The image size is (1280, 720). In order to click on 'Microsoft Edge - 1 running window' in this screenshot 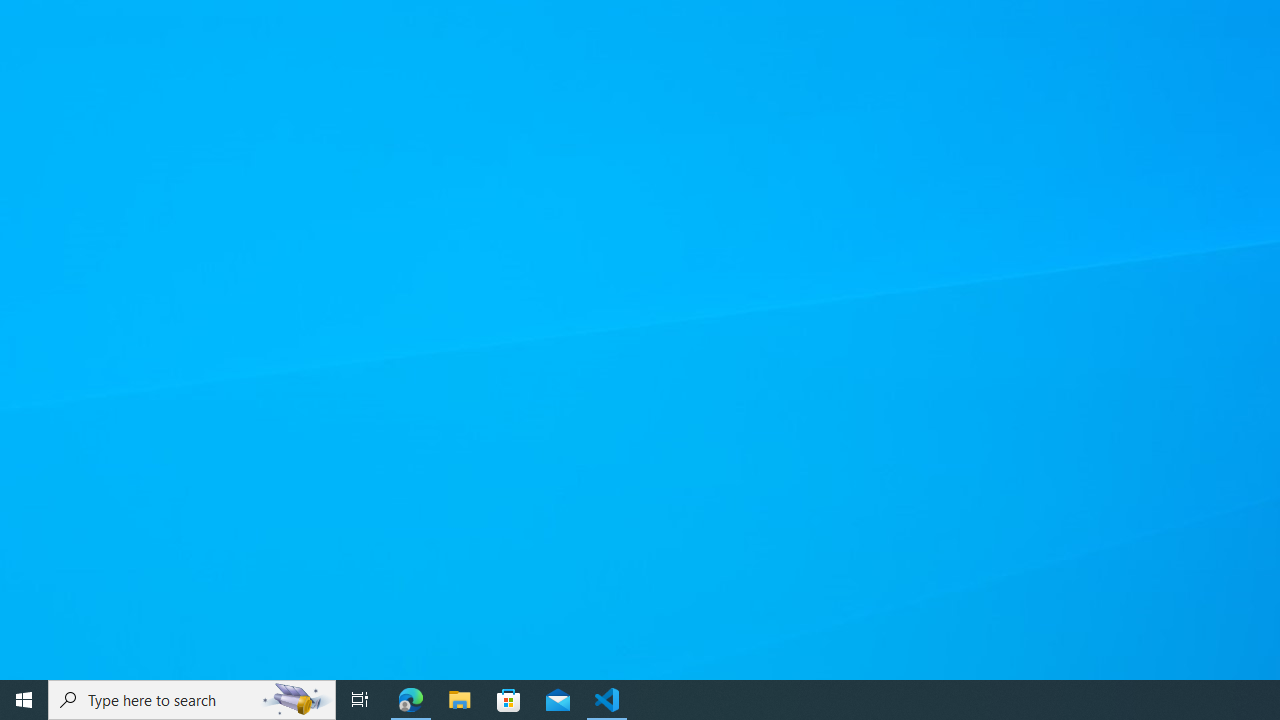, I will do `click(410, 698)`.